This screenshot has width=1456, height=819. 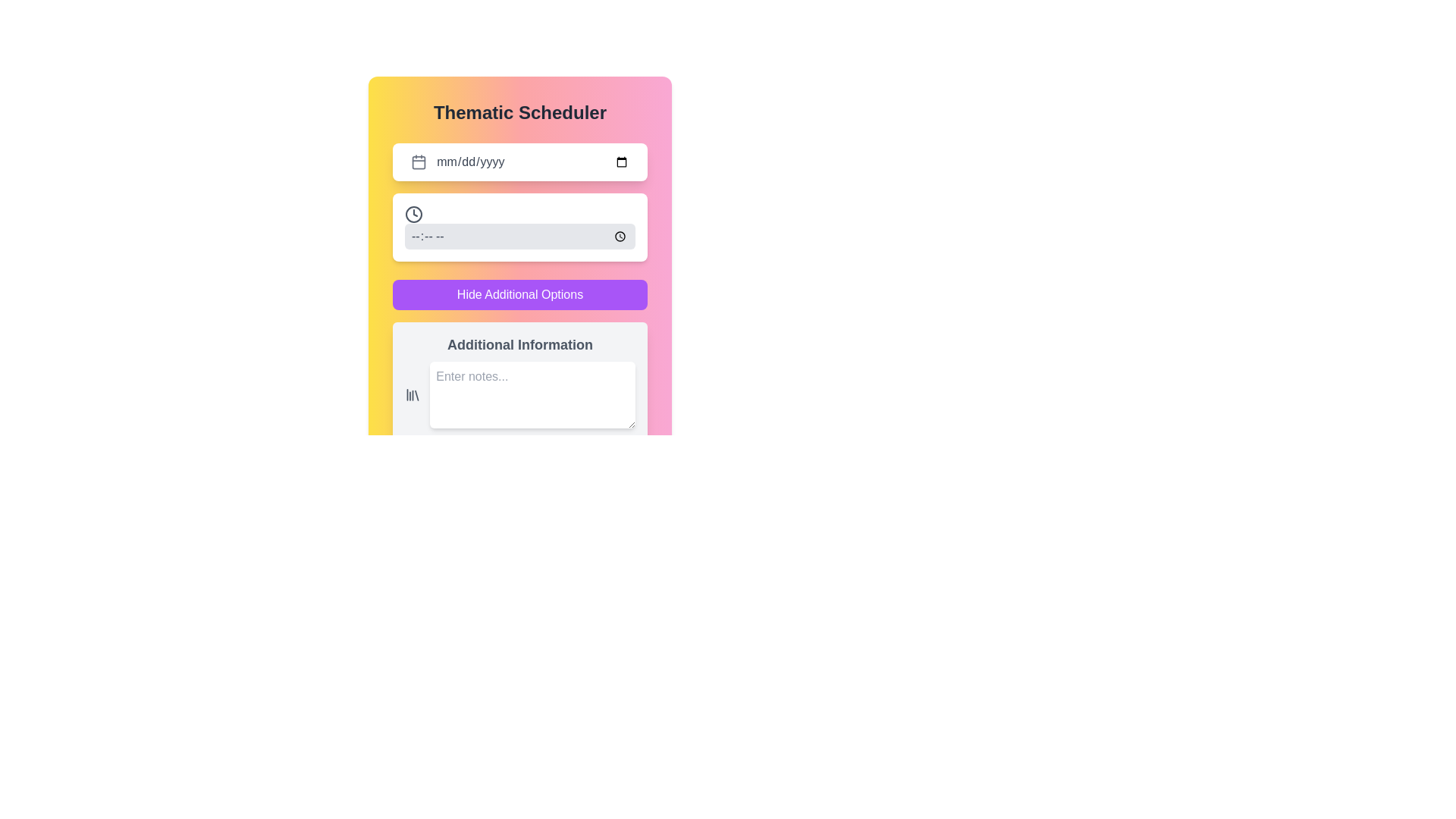 I want to click on the clock icon, which is visually represented as a time functionality element located to the left of a time input field, so click(x=414, y=214).